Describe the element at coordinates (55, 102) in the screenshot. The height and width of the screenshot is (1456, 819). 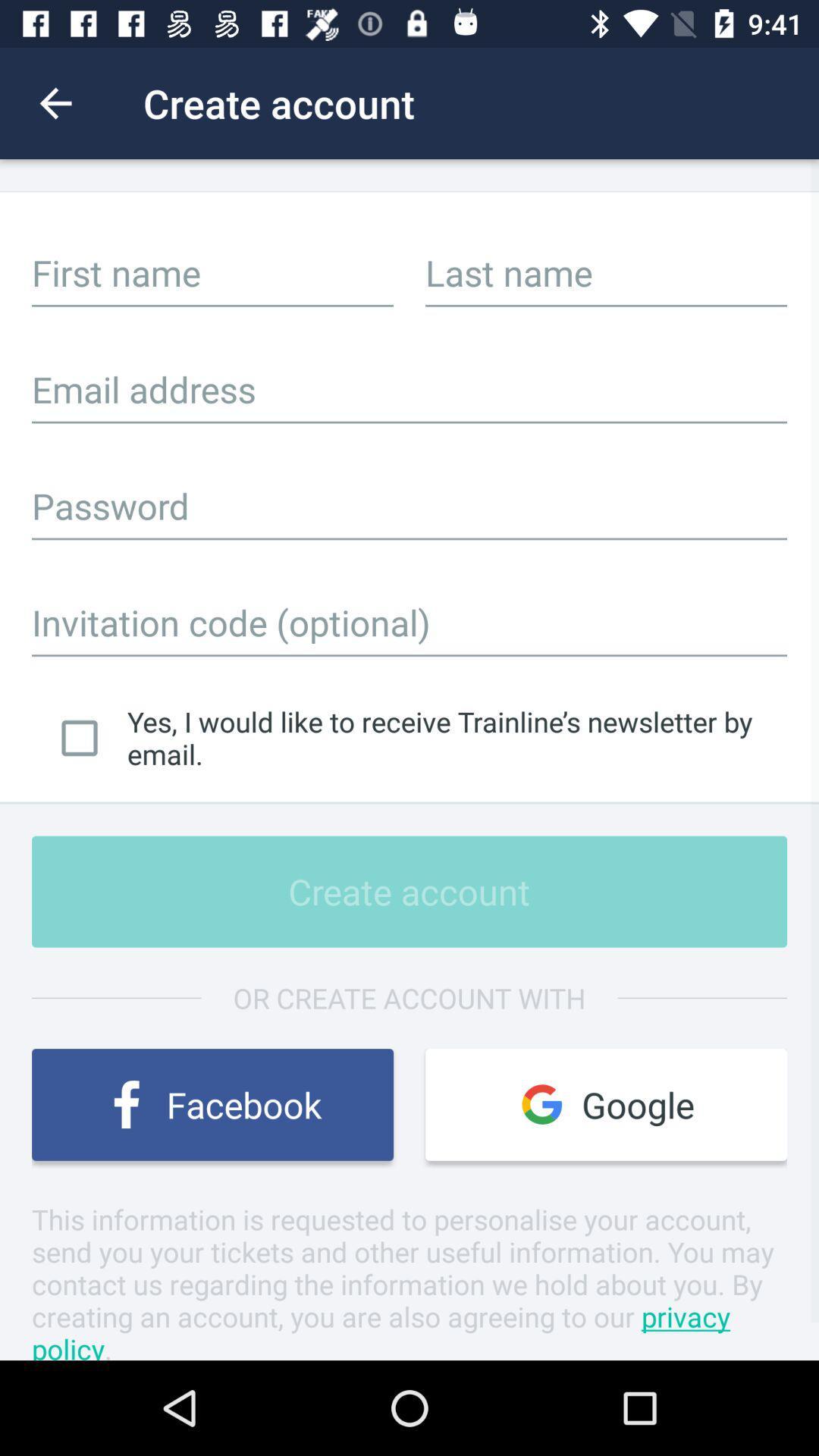
I see `icon next to create account item` at that location.